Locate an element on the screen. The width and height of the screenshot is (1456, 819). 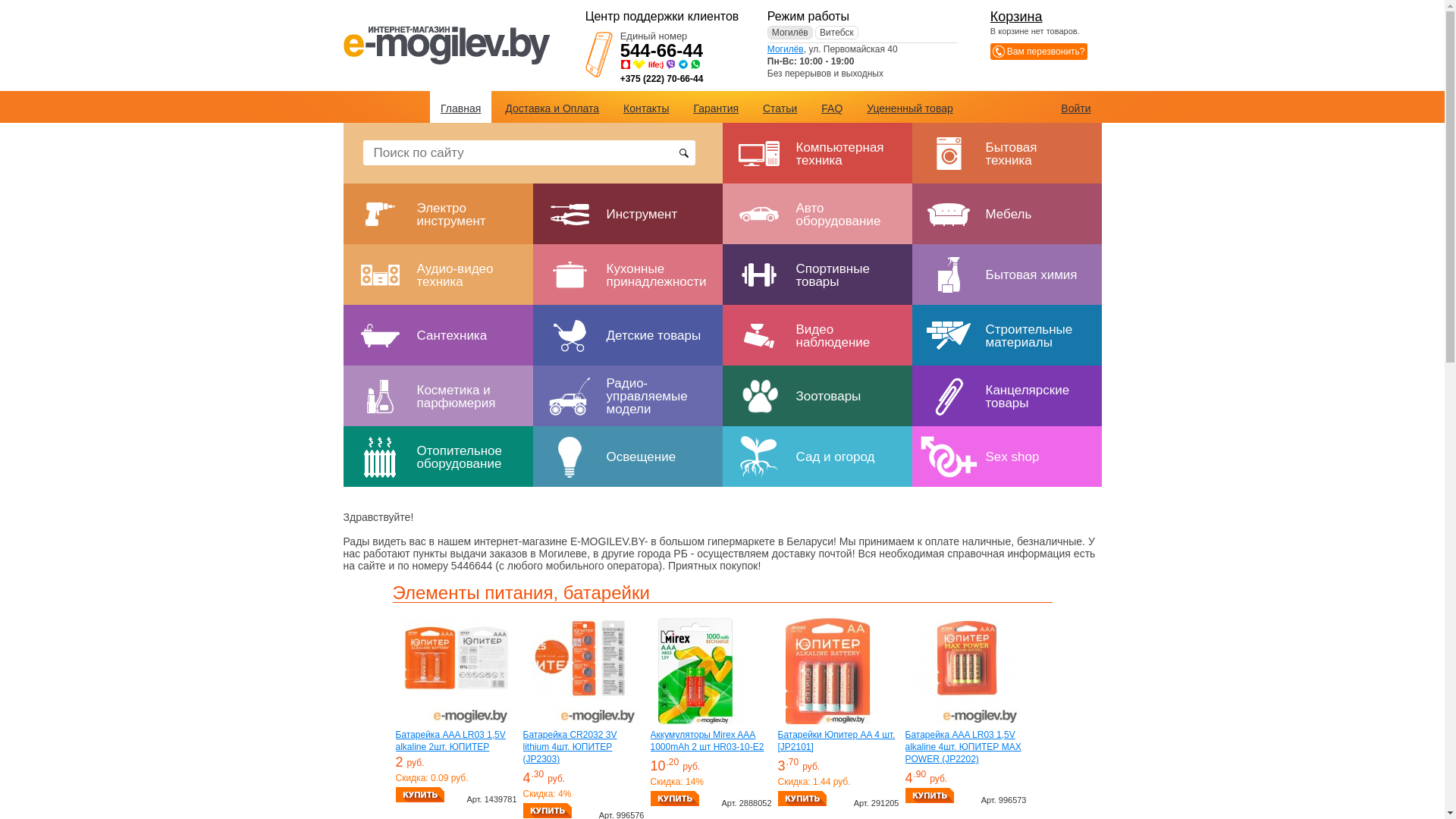
'544-66-44' is located at coordinates (661, 49).